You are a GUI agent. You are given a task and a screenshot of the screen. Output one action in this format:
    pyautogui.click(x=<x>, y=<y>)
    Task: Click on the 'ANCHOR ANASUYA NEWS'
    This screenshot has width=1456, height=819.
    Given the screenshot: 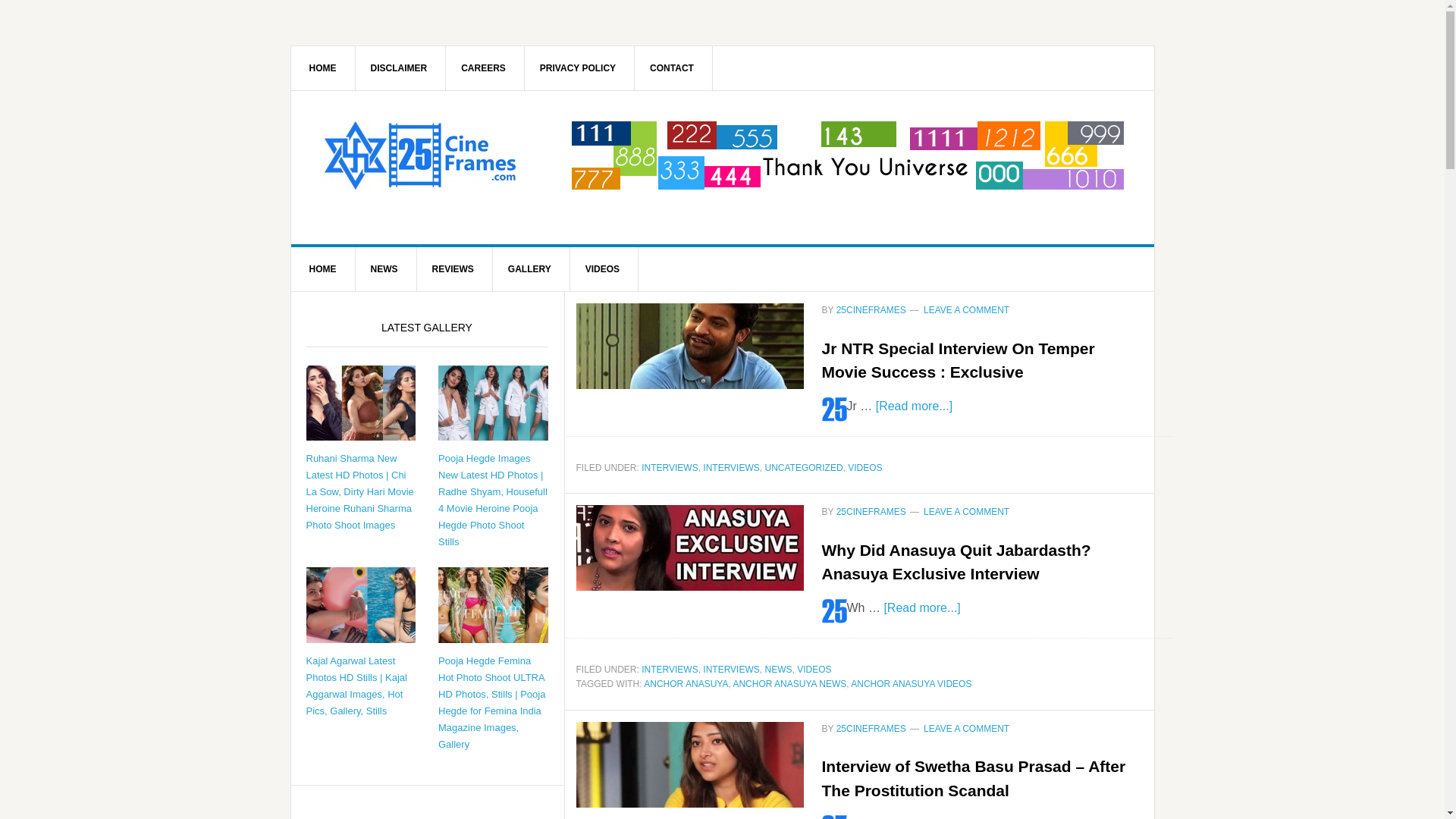 What is the action you would take?
    pyautogui.click(x=789, y=684)
    